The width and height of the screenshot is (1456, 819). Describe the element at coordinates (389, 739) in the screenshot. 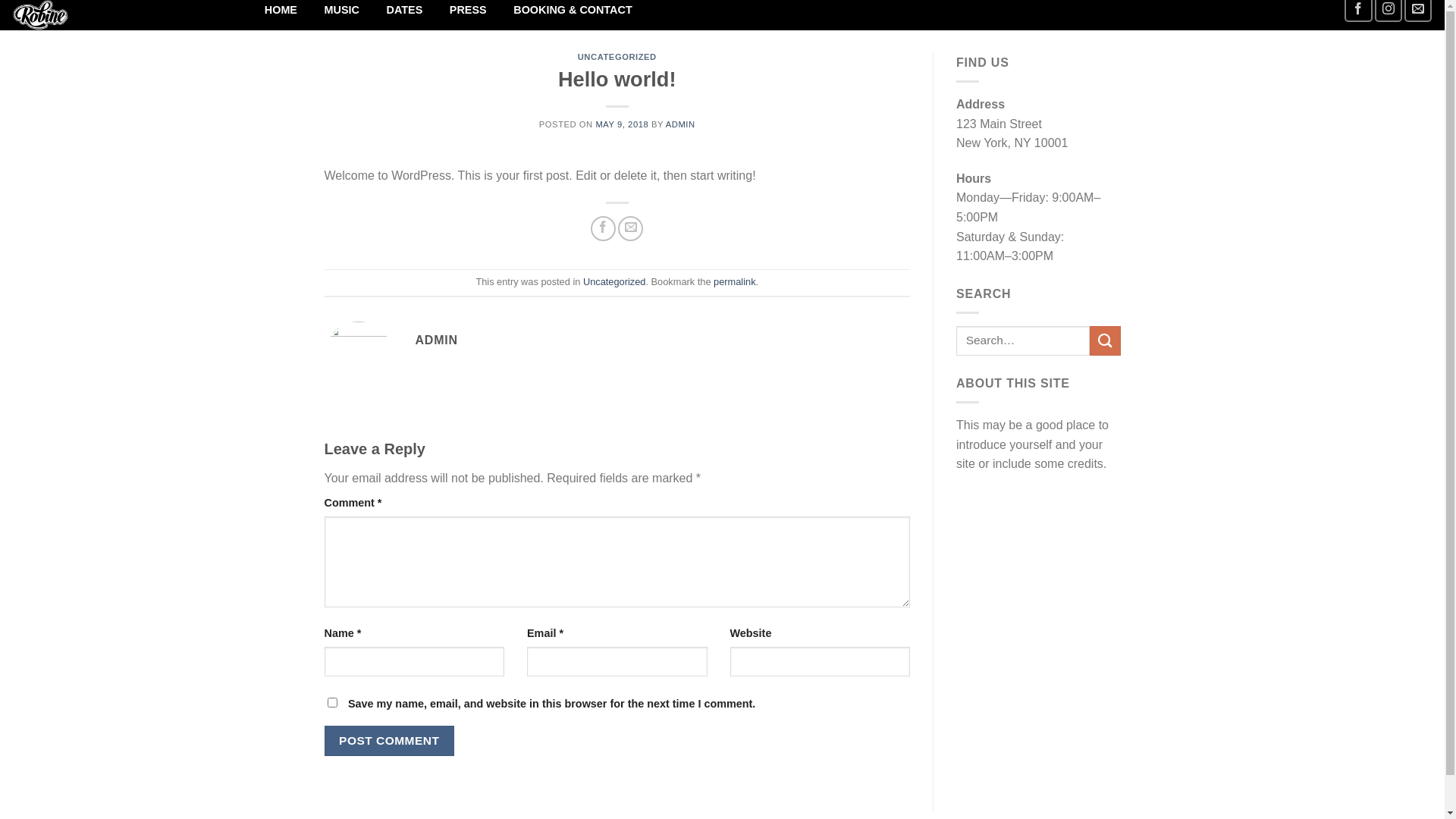

I see `'Post Comment'` at that location.